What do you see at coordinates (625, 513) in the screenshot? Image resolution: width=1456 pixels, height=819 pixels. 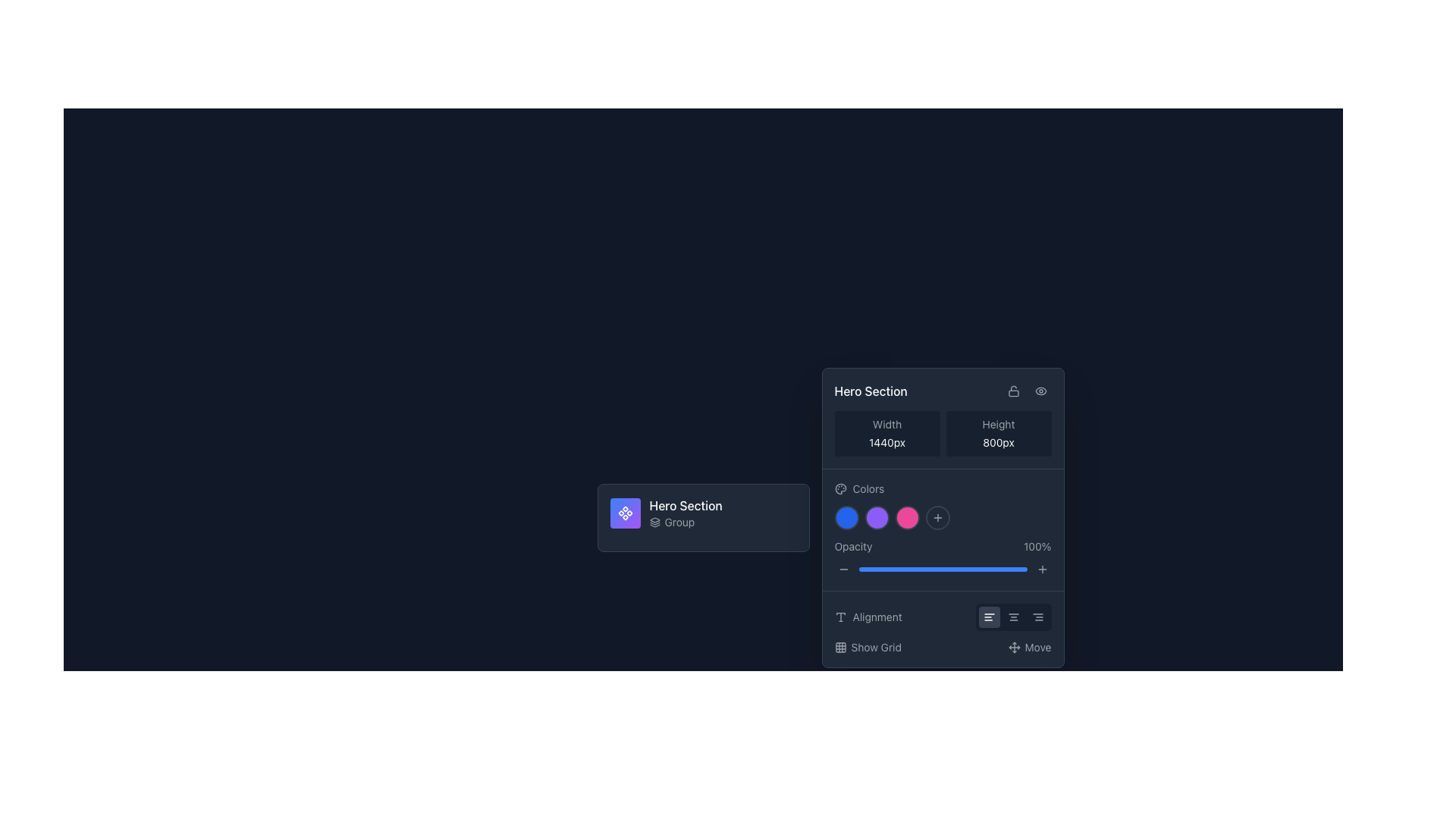 I see `the square icon with a gradient background transitioning from blue to purple, featuring a white cross-shaped arrangement of diamond nodes at its center, located above the text 'Hero Section Group'` at bounding box center [625, 513].